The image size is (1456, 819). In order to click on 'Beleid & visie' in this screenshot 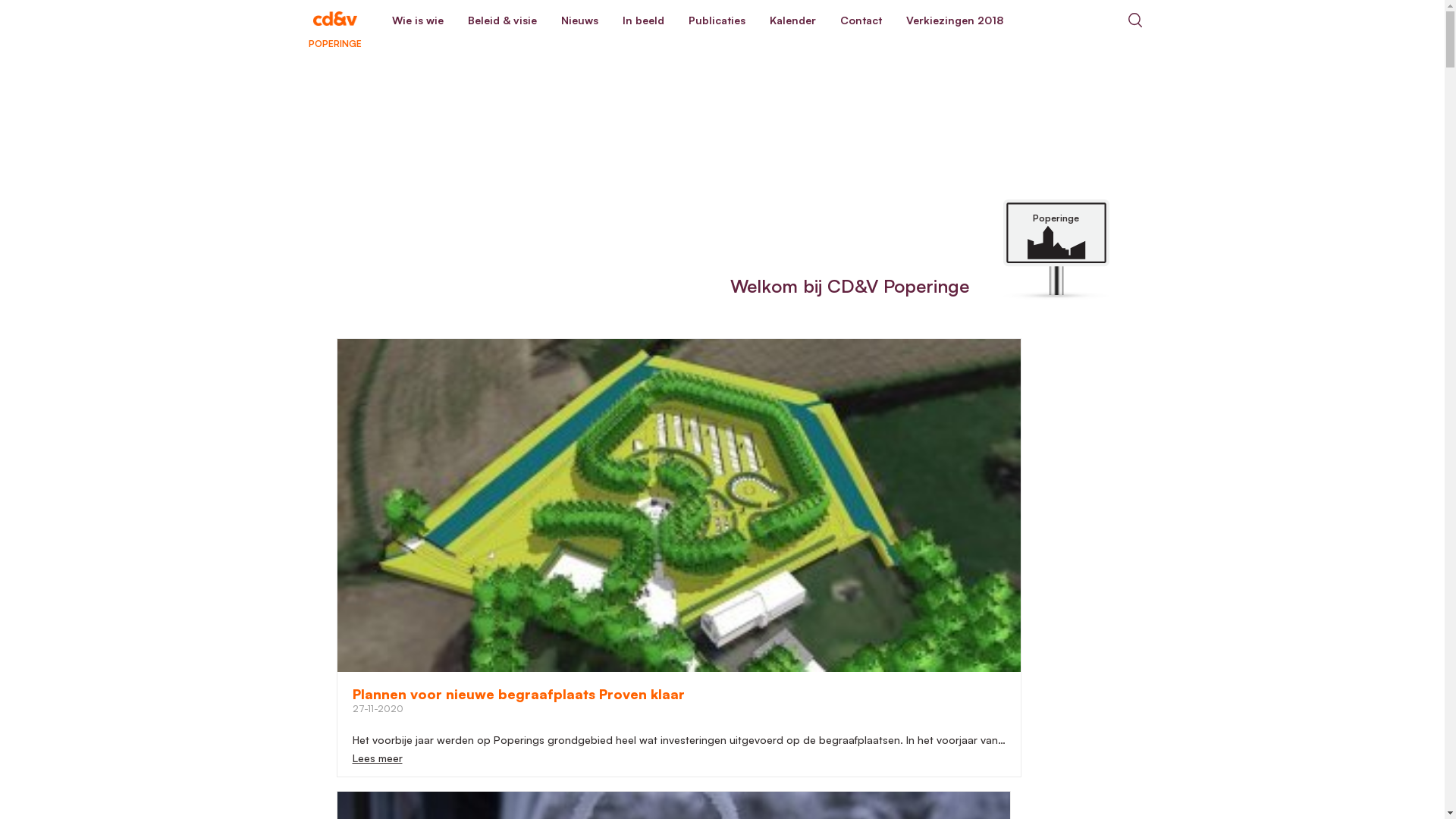, I will do `click(501, 20)`.